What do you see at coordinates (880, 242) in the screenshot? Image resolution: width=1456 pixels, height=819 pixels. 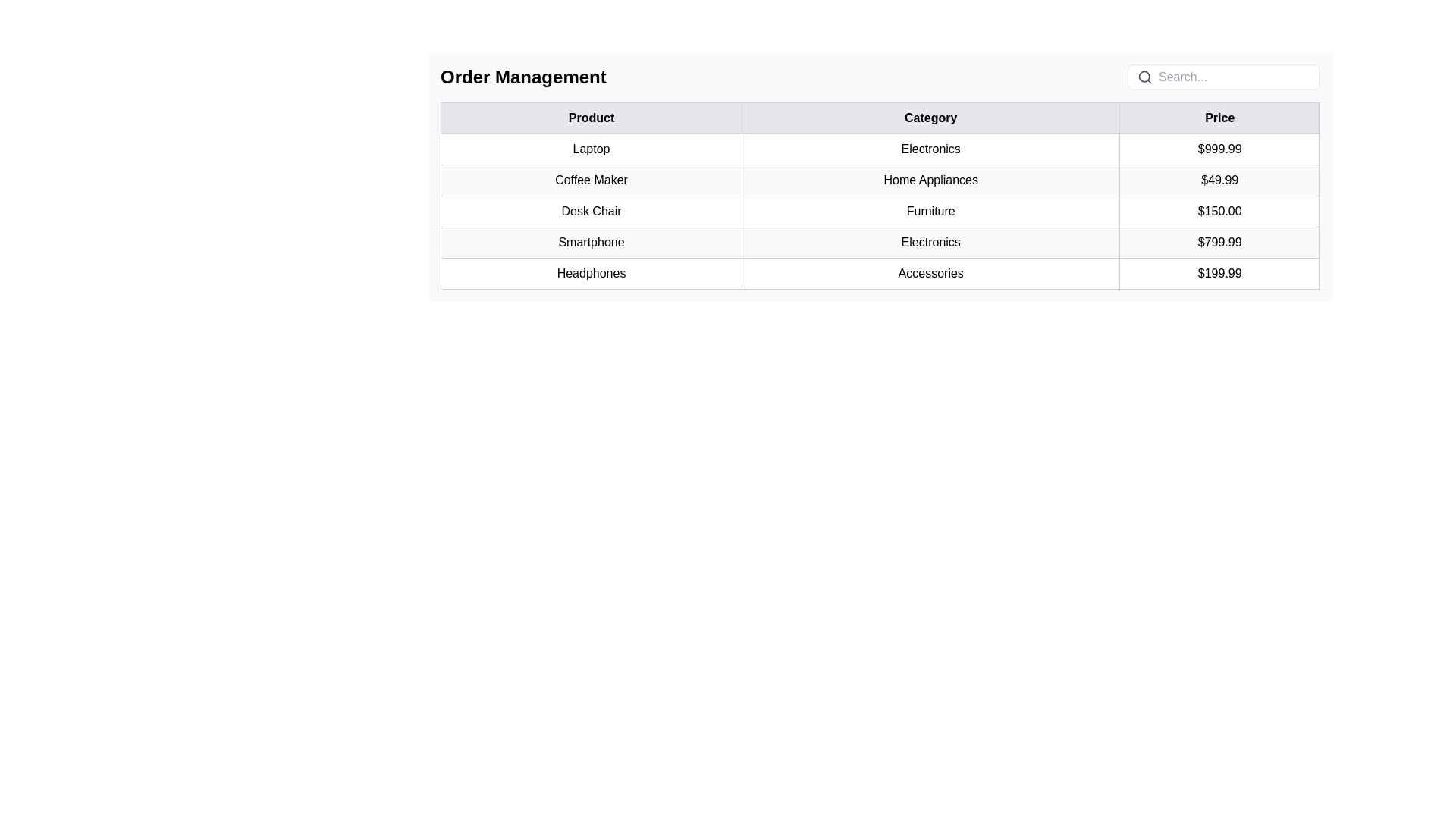 I see `the fifth row of the table containing the columns 'Product', 'Category', and 'Price', which displays 'Smartphone', 'Electronics', and '$799.99'` at bounding box center [880, 242].